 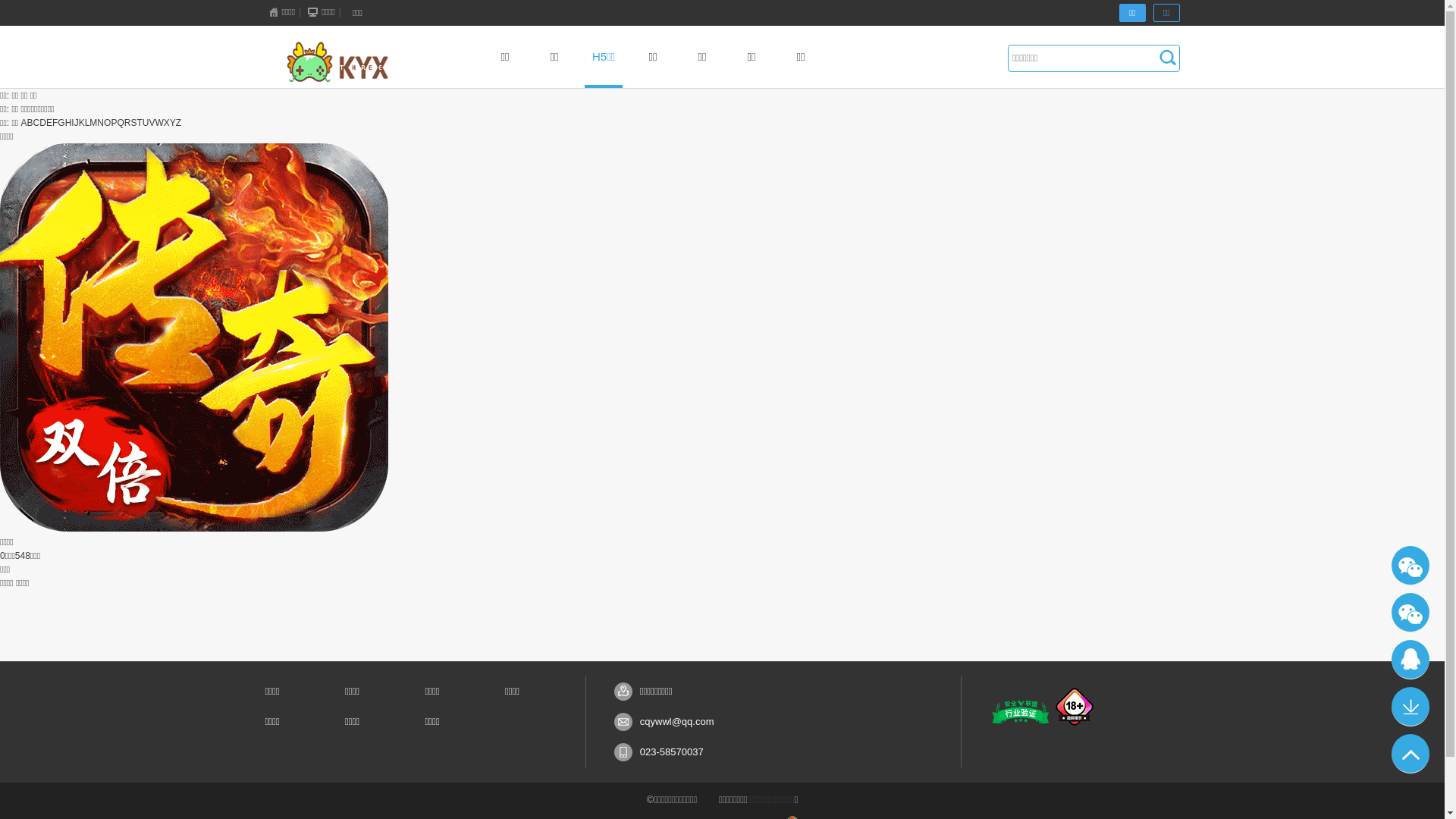 I want to click on 'T', so click(x=139, y=122).